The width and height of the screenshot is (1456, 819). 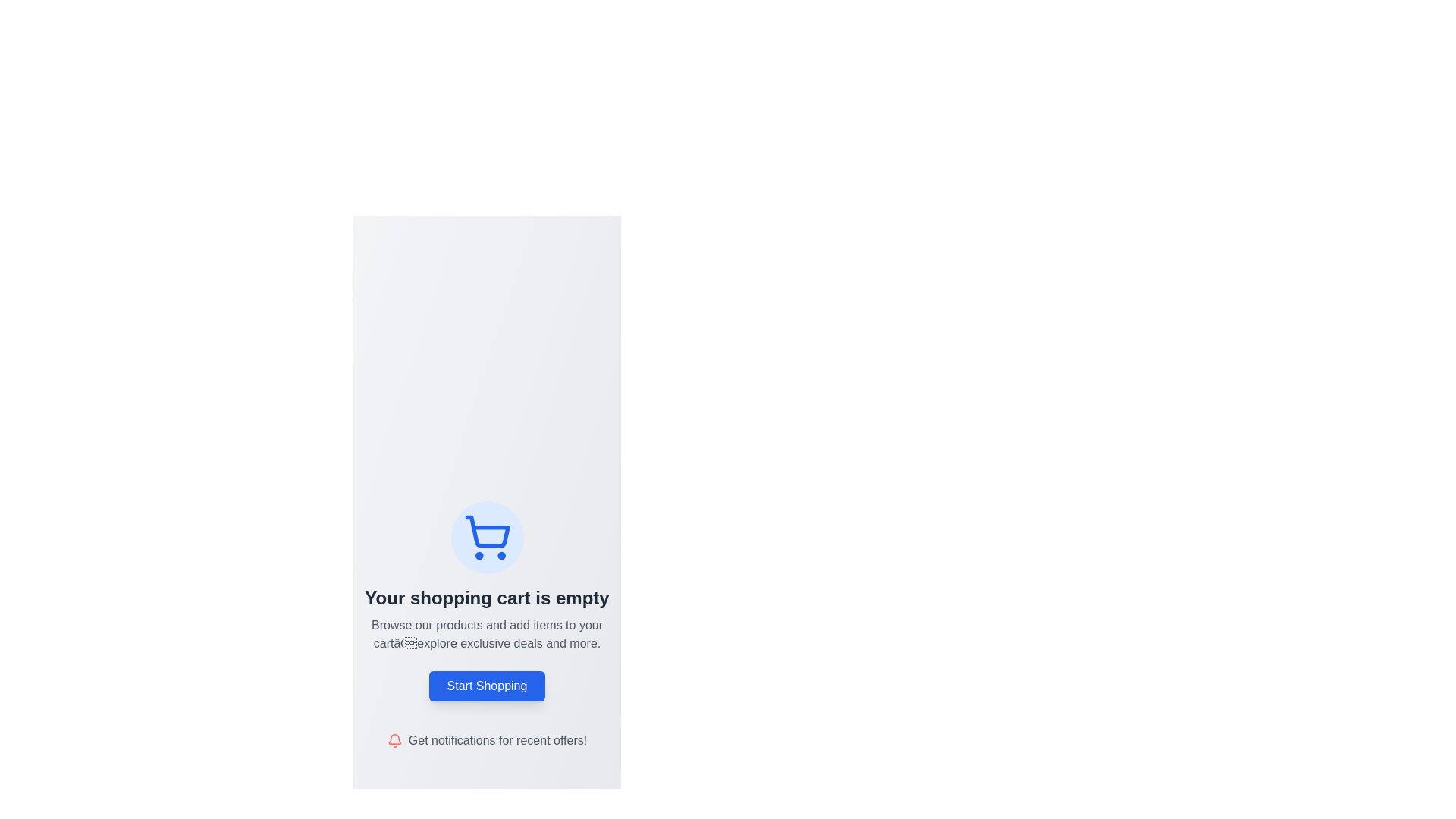 What do you see at coordinates (394, 739) in the screenshot?
I see `the small red bell icon located to the left of the text 'Get notifications for recent offers!'` at bounding box center [394, 739].